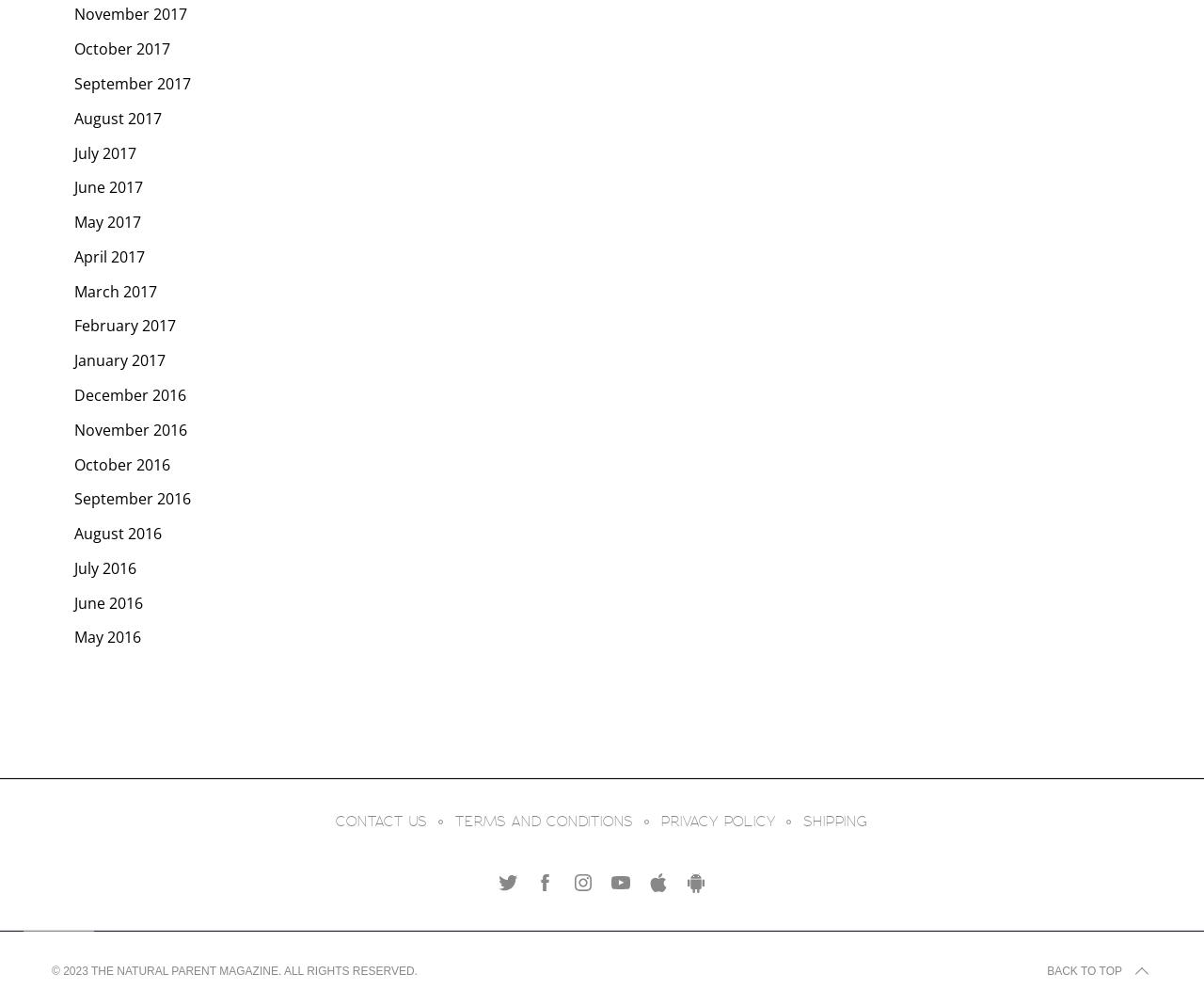 This screenshot has height=1006, width=1204. Describe the element at coordinates (803, 821) in the screenshot. I see `'Shipping'` at that location.